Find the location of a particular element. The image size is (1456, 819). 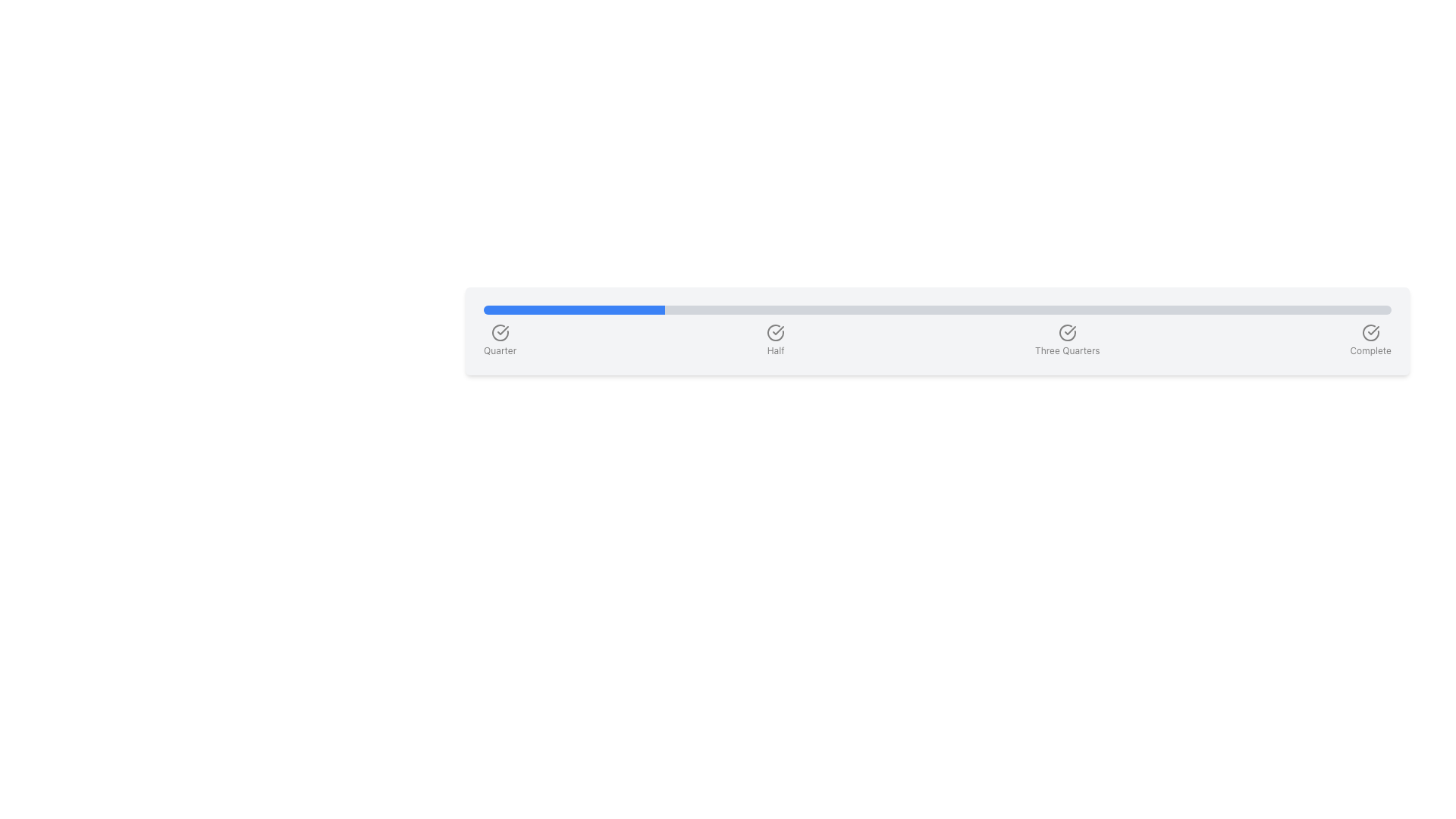

the status indicator labeled 'Complete', which is the fourth element in a sequence of progress indicators, to gather status information is located at coordinates (1370, 339).